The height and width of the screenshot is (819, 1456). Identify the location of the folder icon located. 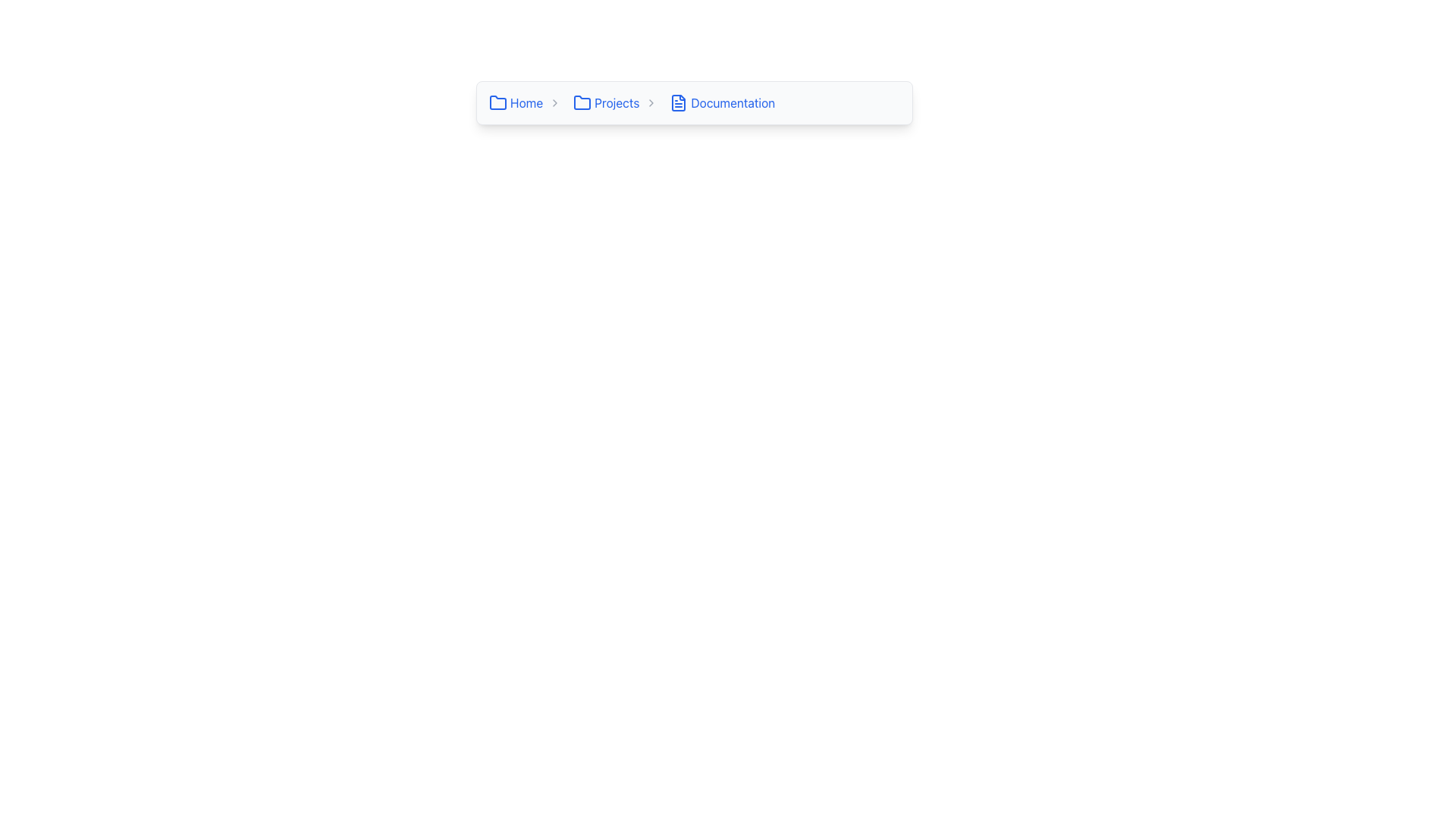
(498, 102).